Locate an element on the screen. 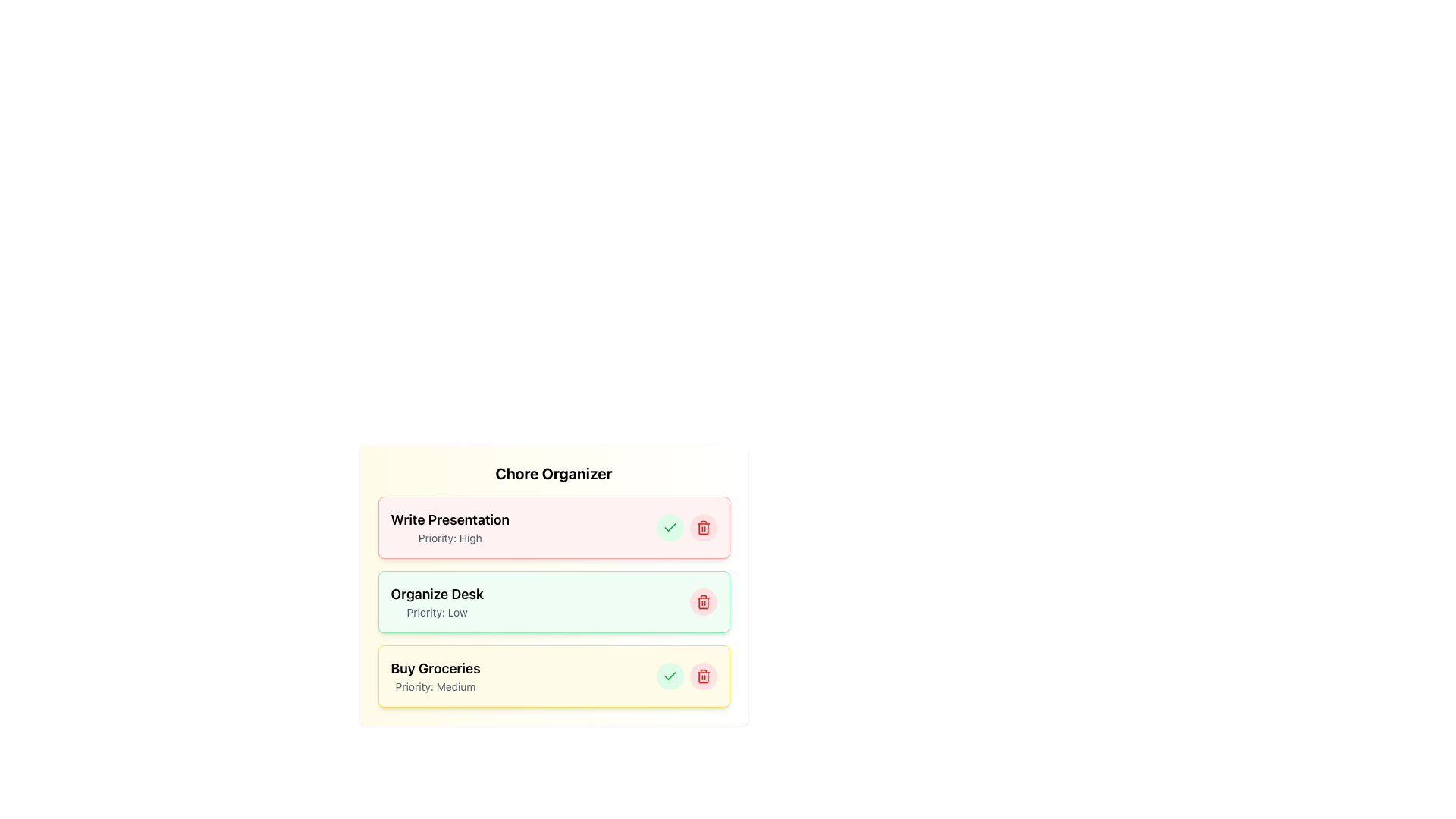  the informational text element that displays 'Write Presentation' in bold and 'Priority: High' in a smaller font, distinguished by a red background, located at the top of the task list in the chore organizer section is located at coordinates (553, 526).